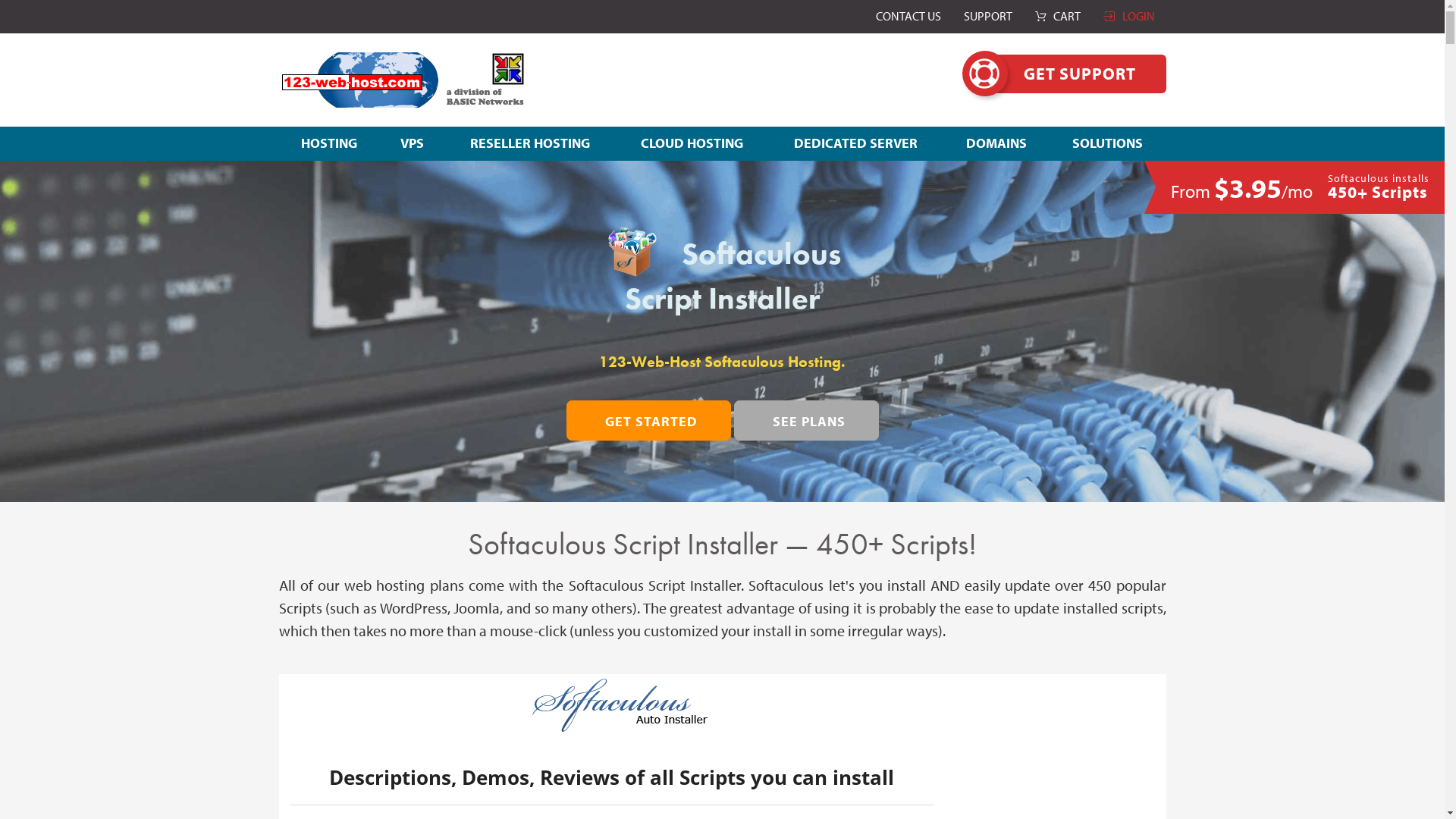  What do you see at coordinates (734, 420) in the screenshot?
I see `'SEE PLANS'` at bounding box center [734, 420].